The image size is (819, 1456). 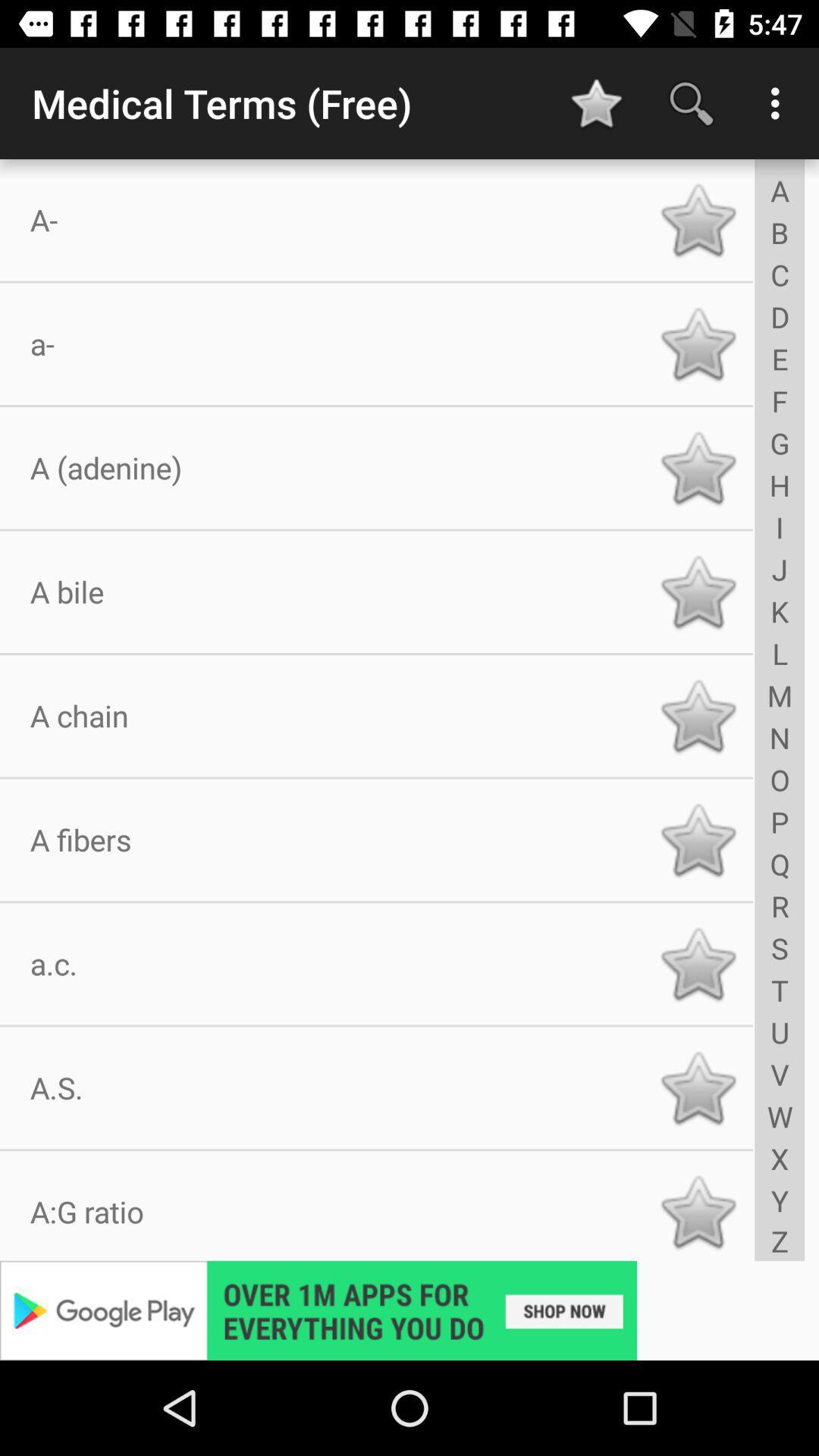 I want to click on star button, so click(x=698, y=467).